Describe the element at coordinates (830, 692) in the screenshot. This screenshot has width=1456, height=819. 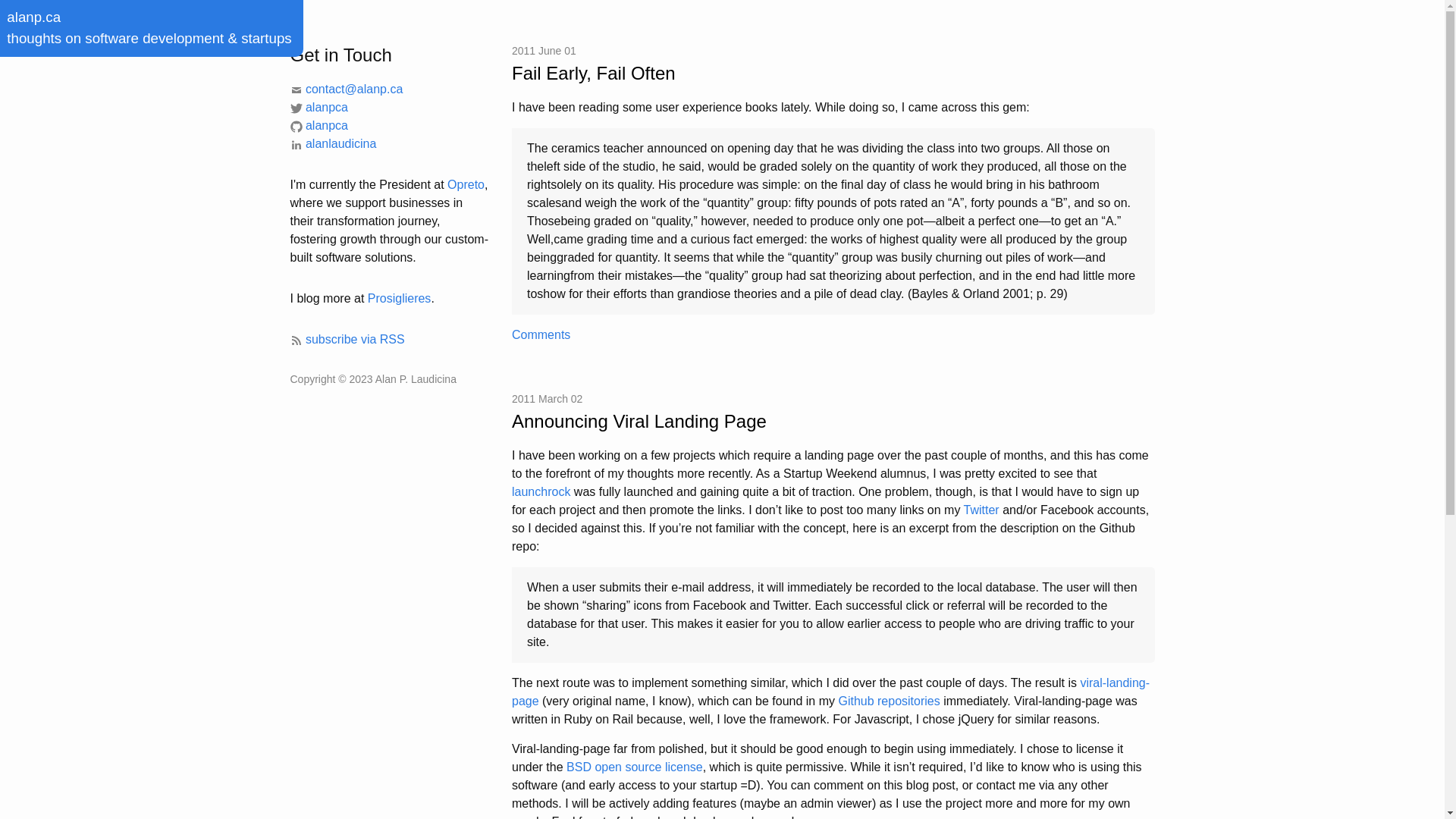
I see `'viral-landing-page'` at that location.